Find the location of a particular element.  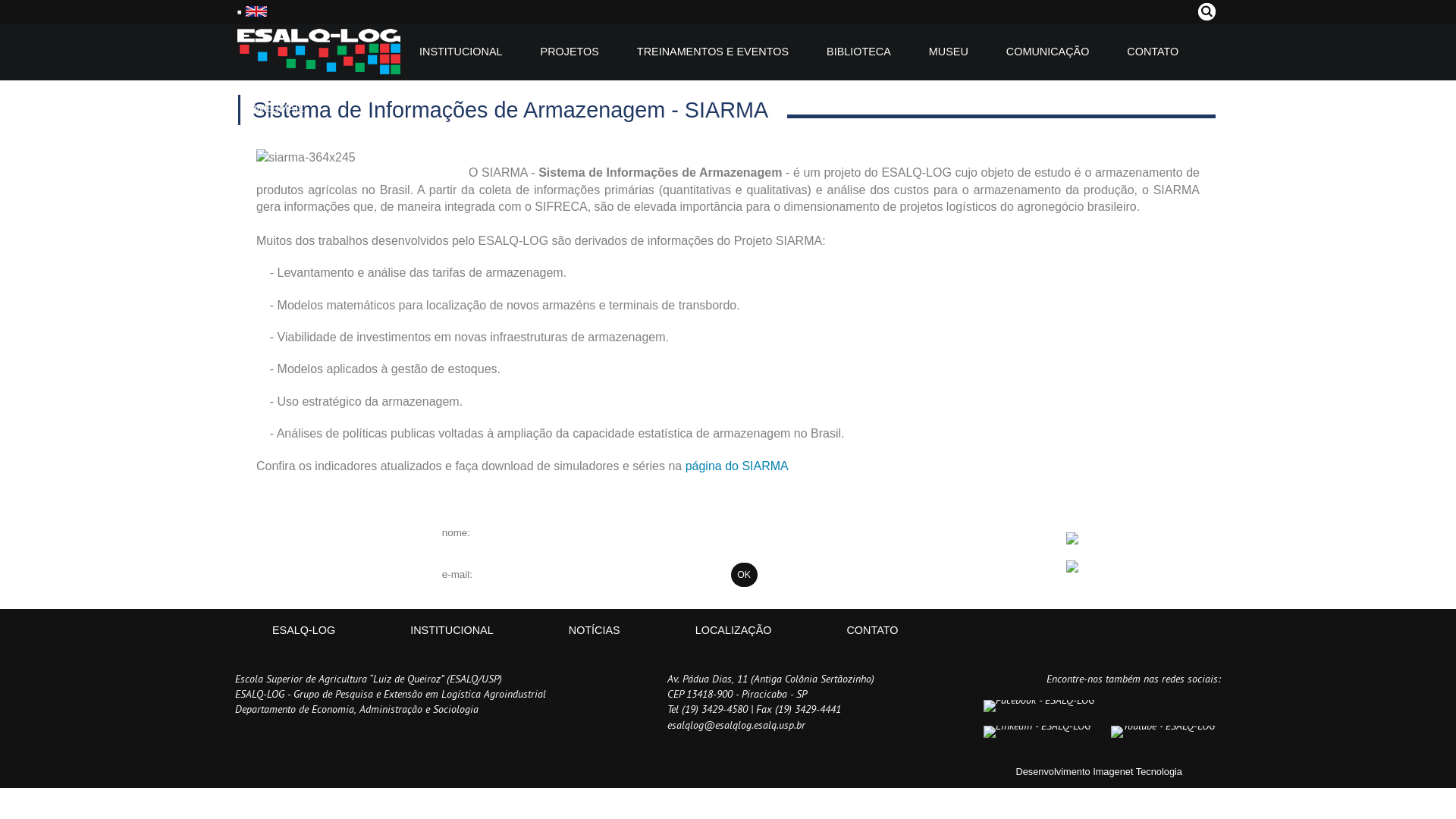

'English' is located at coordinates (256, 11).